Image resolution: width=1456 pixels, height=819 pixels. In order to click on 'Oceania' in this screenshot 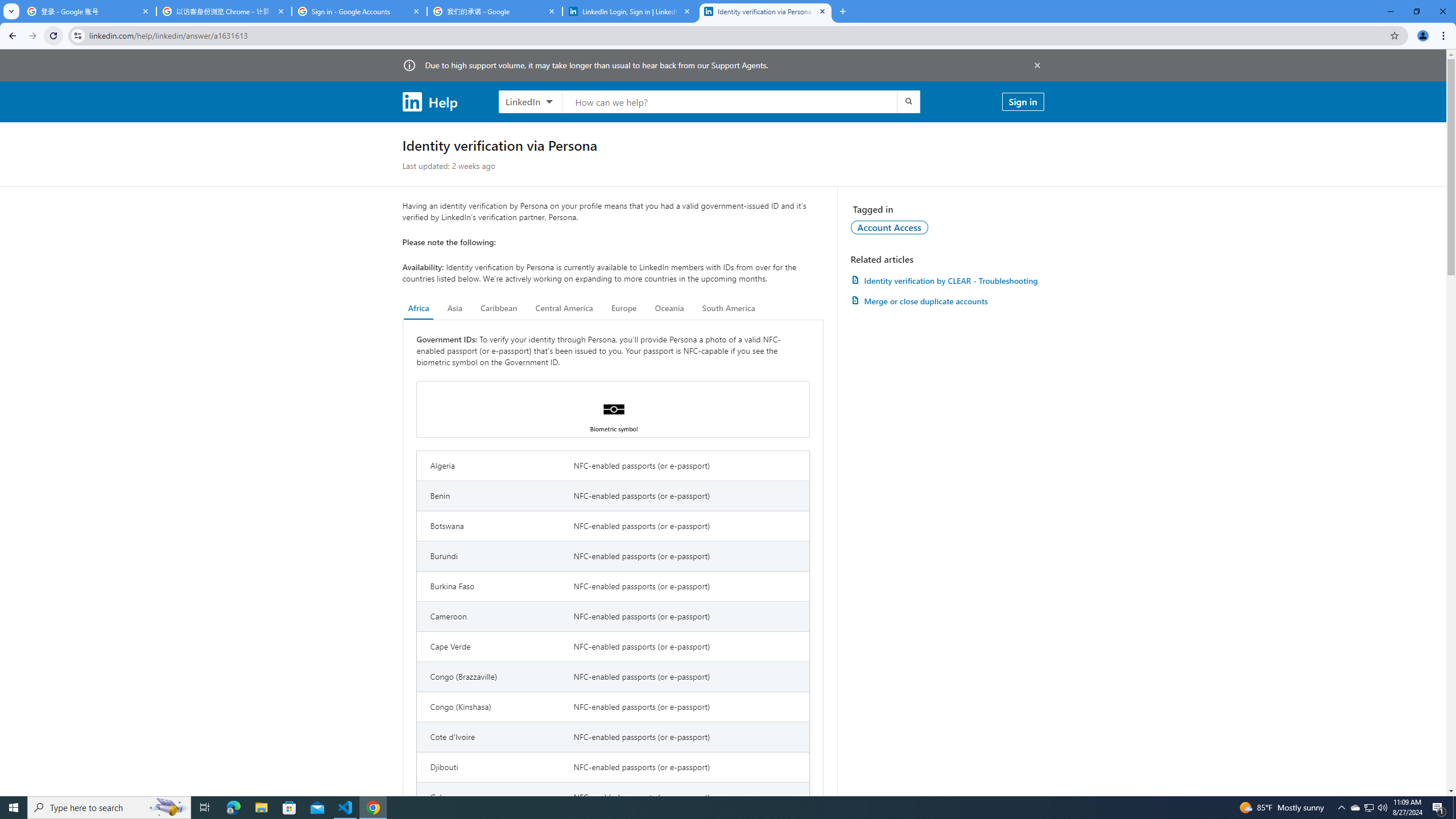, I will do `click(668, 308)`.